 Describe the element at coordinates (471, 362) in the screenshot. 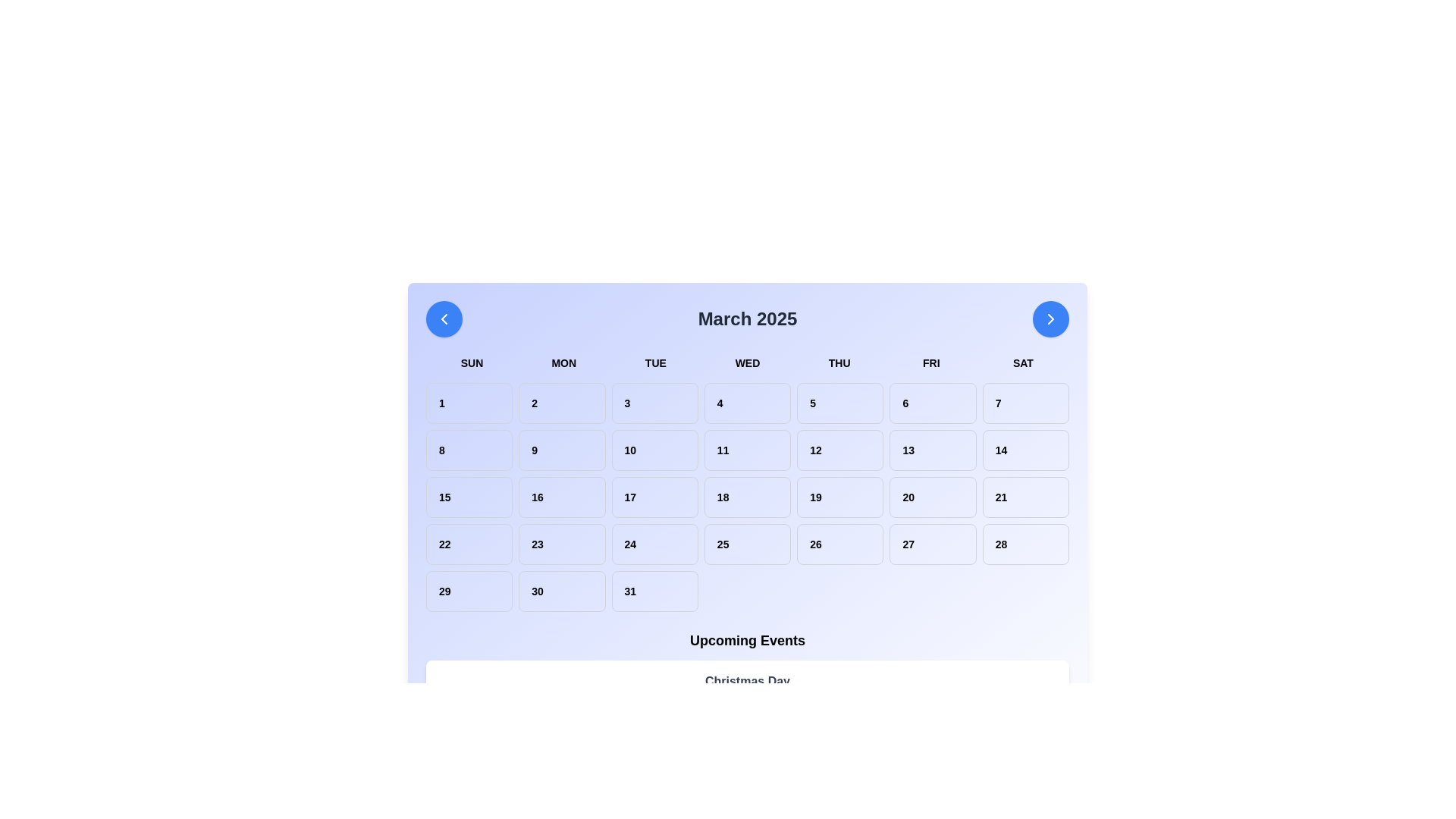

I see `the text label displaying 'Sun' in bold, uppercase font, which is the first day of the week located in the first column of the week header row of the calendar` at that location.